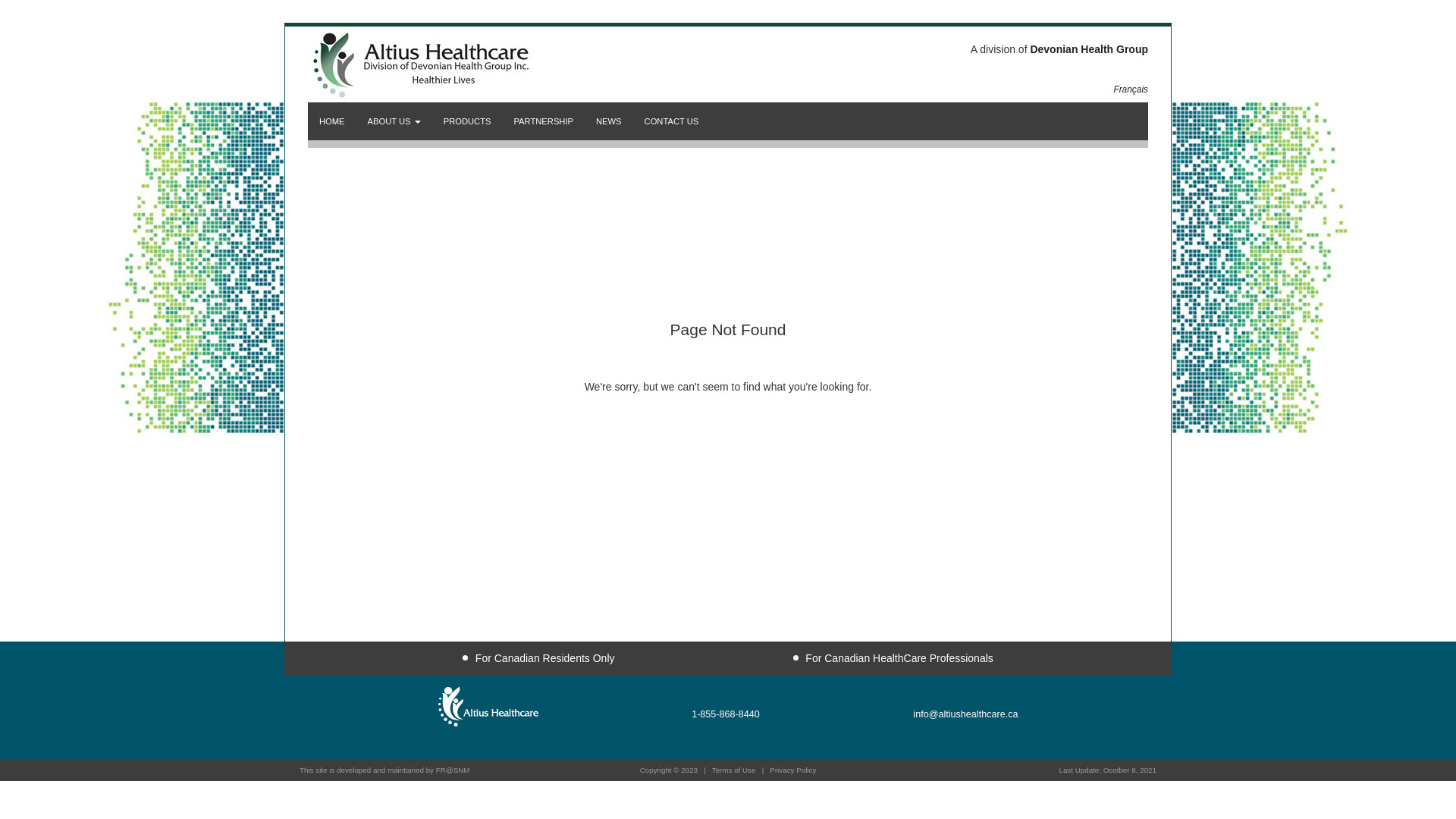 Image resolution: width=1456 pixels, height=819 pixels. Describe the element at coordinates (394, 120) in the screenshot. I see `'ABOUT US'` at that location.